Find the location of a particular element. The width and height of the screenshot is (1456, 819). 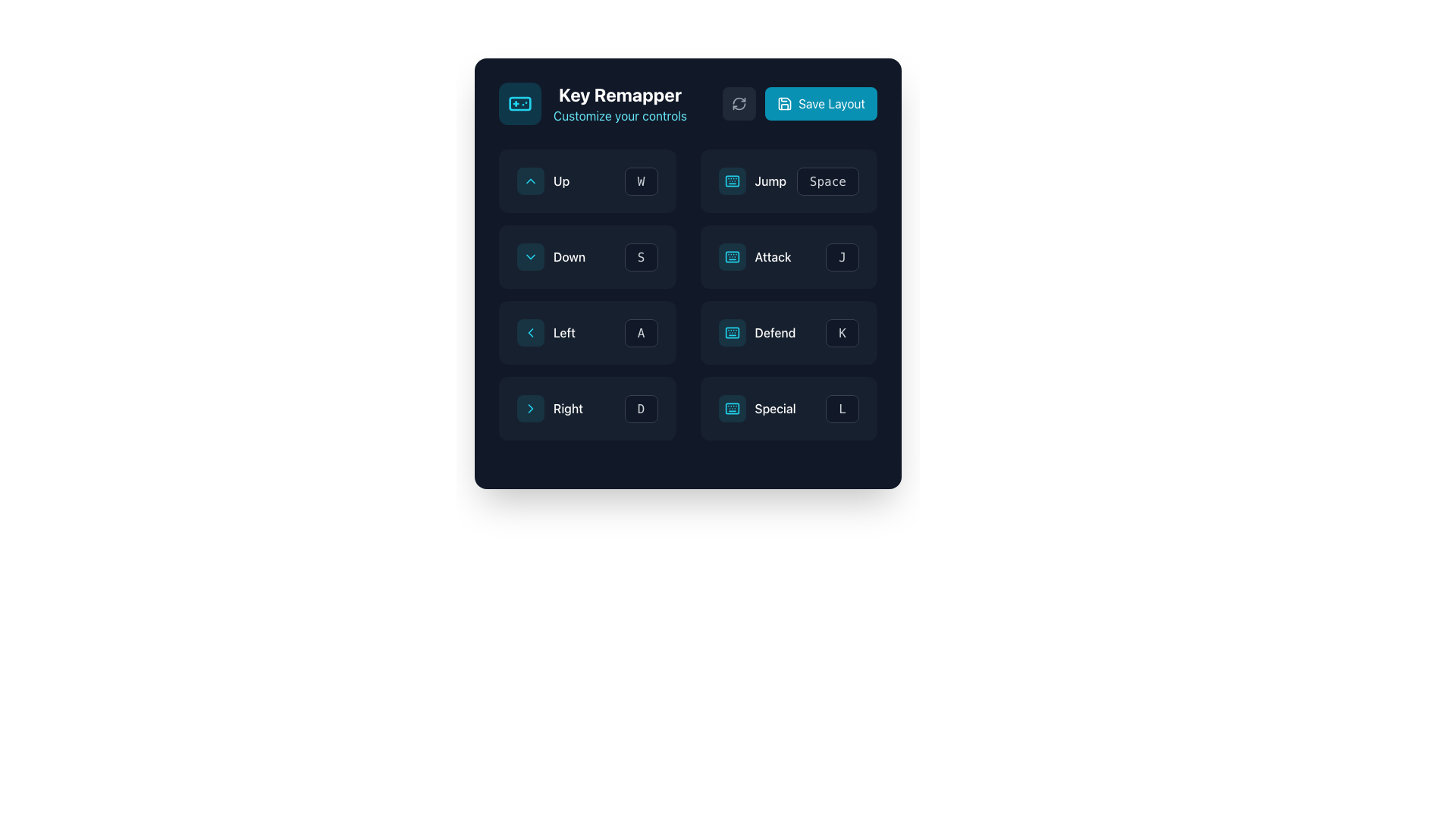

the 'Defend' button, which is the fourth button in the last row of the grid layout, positioned on the right side and adjacent to the 'Defend' label is located at coordinates (842, 332).